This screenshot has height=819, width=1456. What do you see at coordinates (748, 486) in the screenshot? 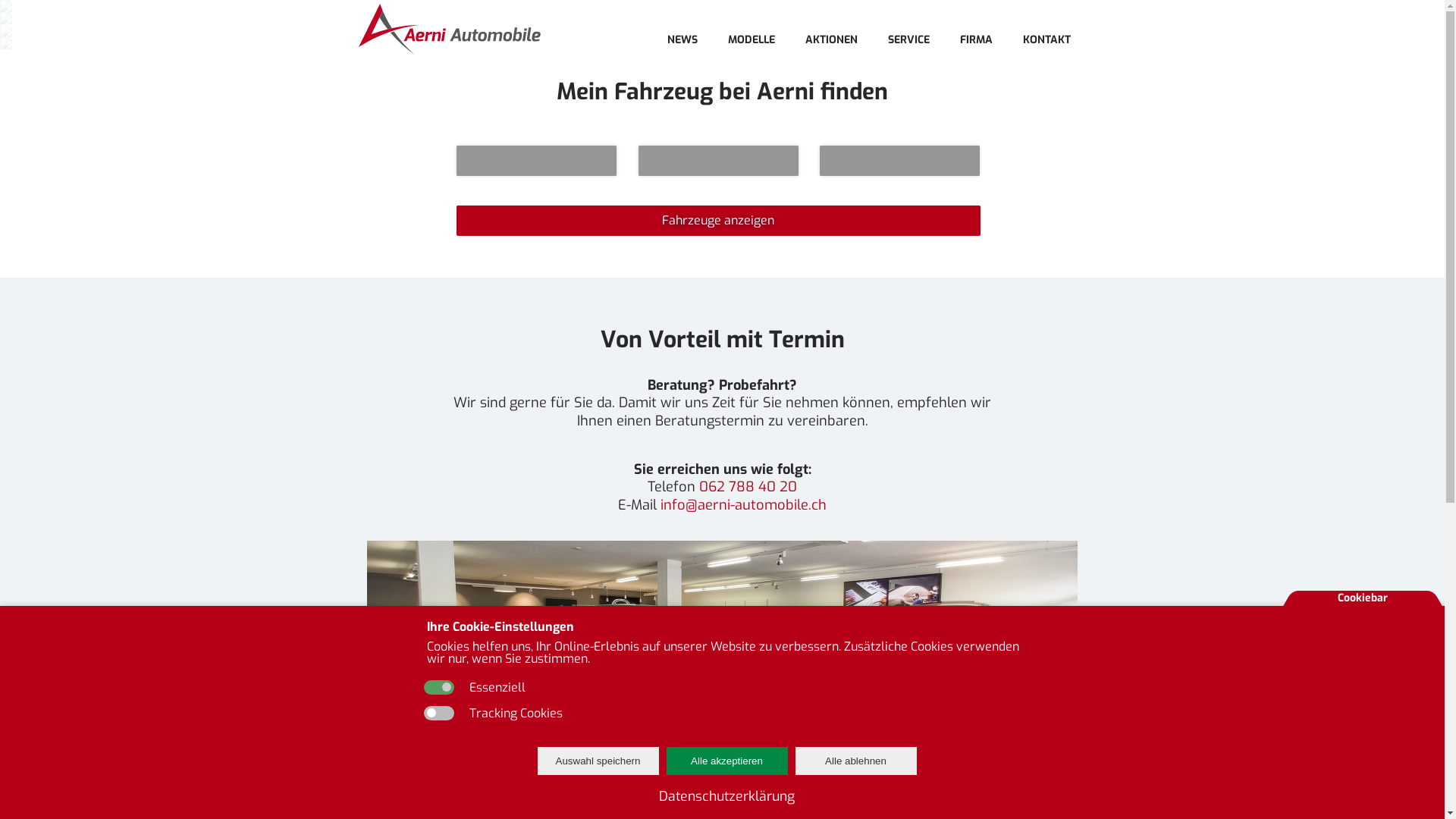
I see `'062 788 40 20'` at bounding box center [748, 486].